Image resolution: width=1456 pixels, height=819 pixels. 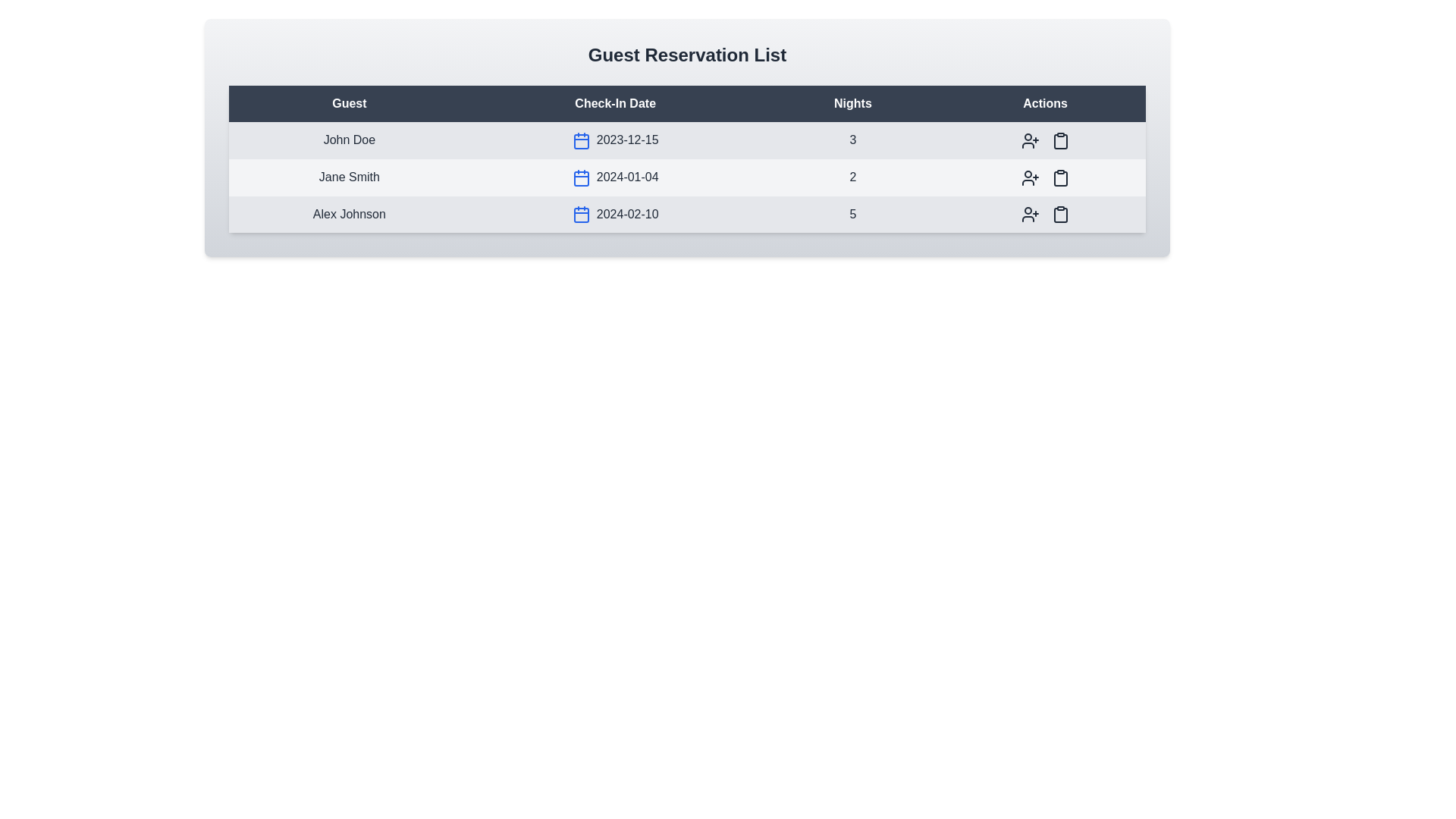 I want to click on the clipboard icon in the 'Actions' column of the last row, aligned with 'Alex Johnson', so click(x=1059, y=215).